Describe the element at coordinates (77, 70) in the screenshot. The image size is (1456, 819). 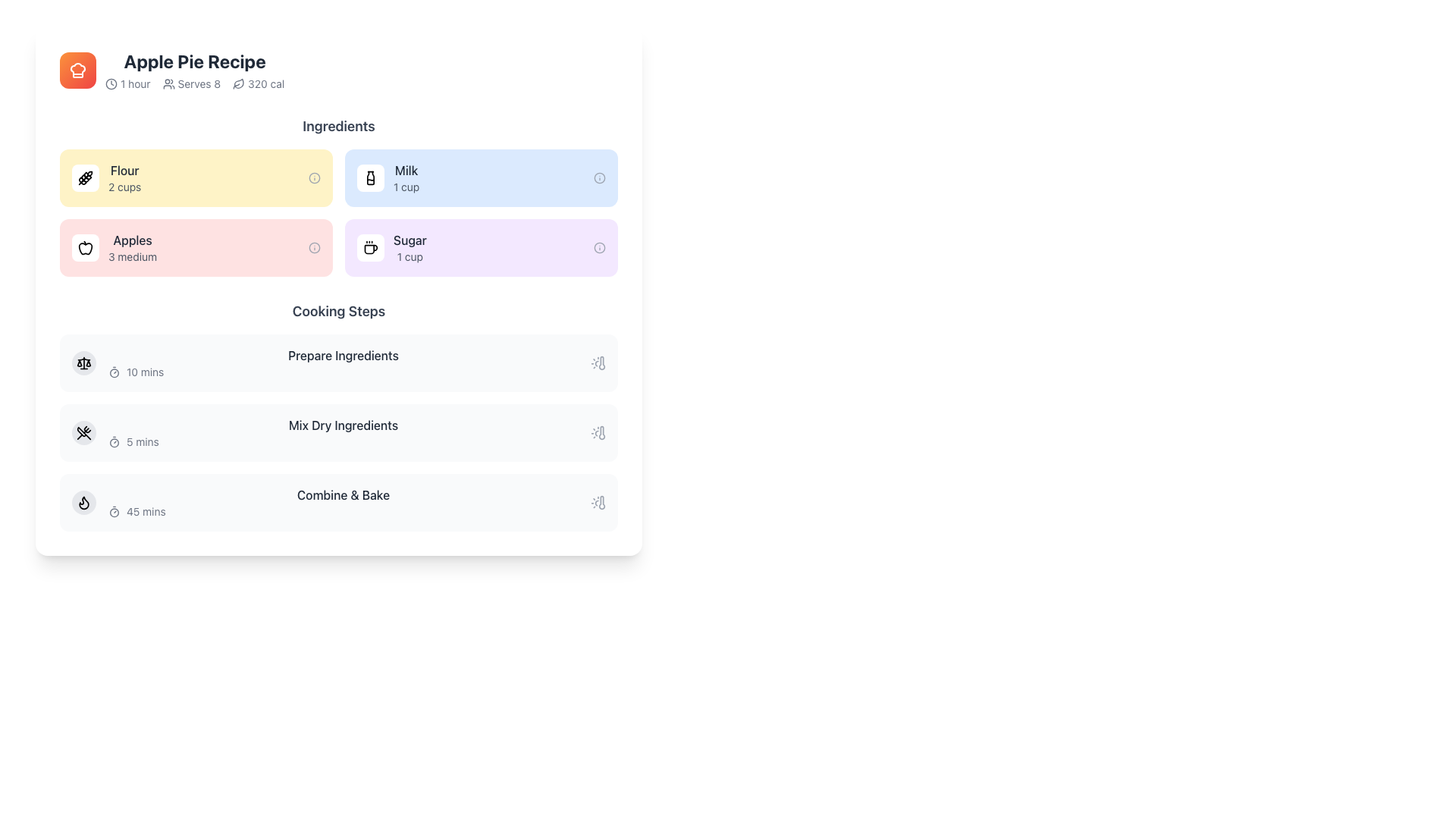
I see `the decorative cooking icon located at the top-left corner of the interface, adjacent to the 'Apple Pie Recipe' title text` at that location.